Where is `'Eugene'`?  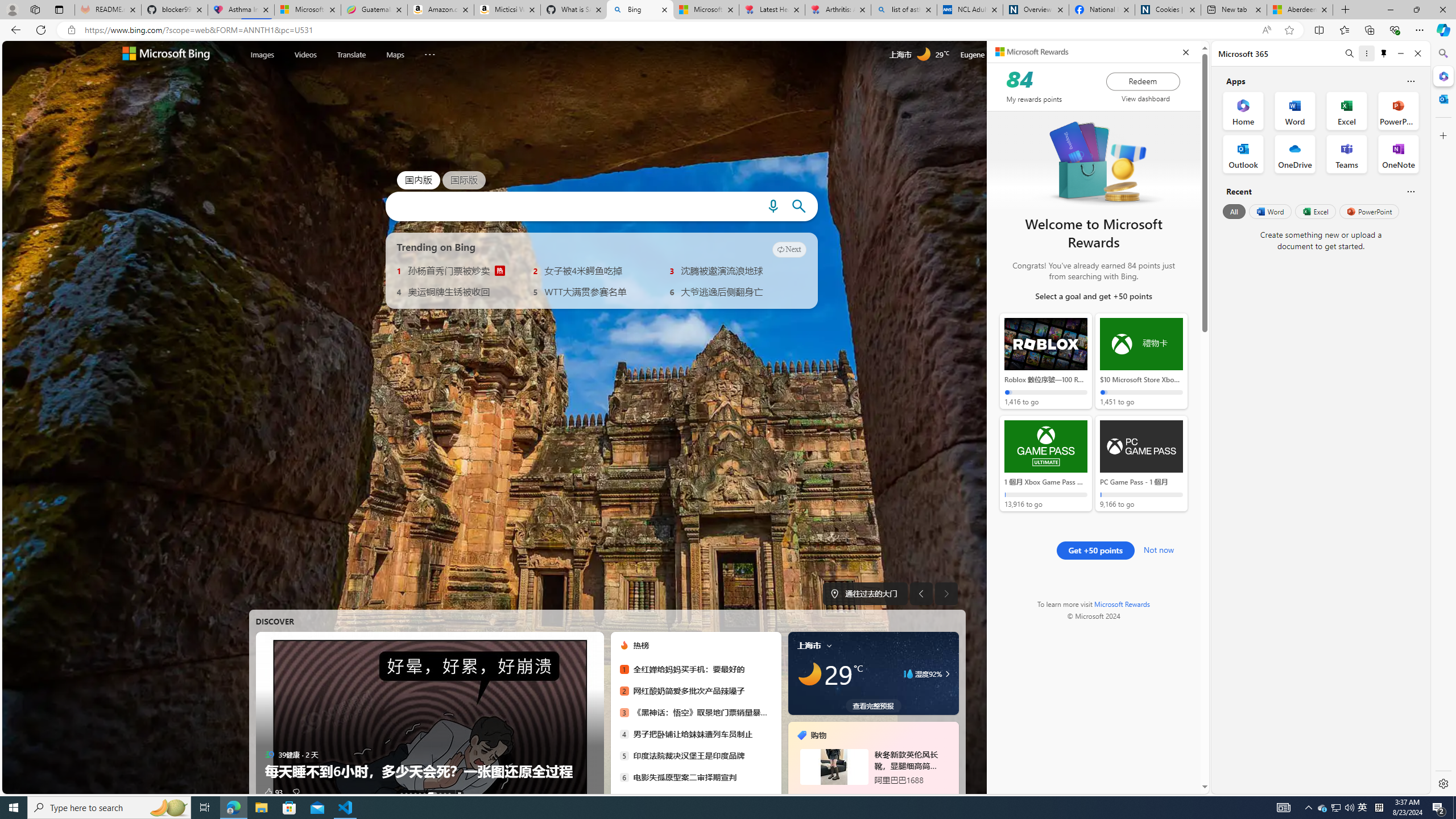
'Eugene' is located at coordinates (987, 54).